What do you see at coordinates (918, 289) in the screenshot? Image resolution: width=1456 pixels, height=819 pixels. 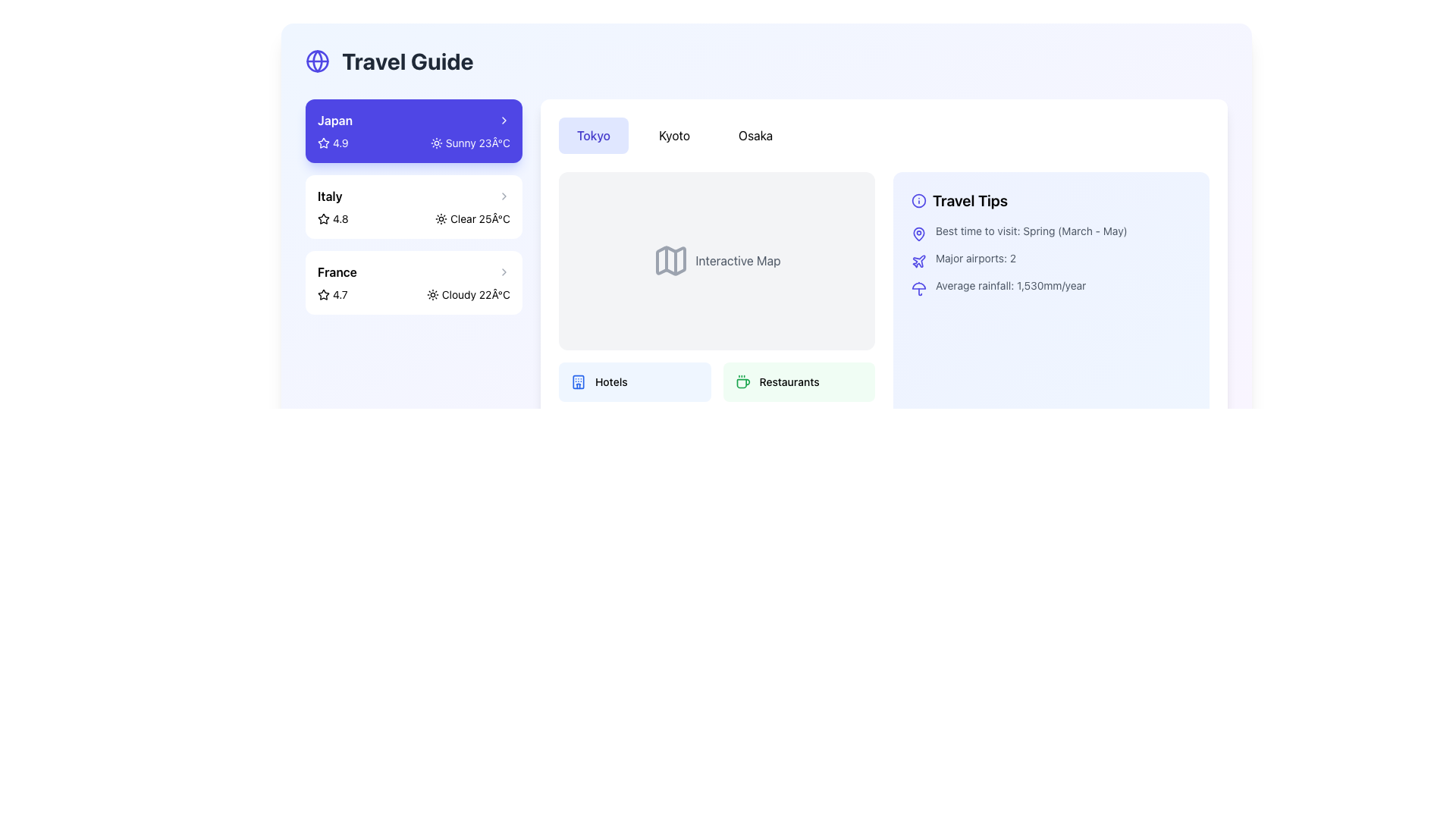 I see `the compact indigo umbrella icon located to the left of the 'Average rainfall: 1,530mm/year' entry in the 'Travel Tips' section` at bounding box center [918, 289].